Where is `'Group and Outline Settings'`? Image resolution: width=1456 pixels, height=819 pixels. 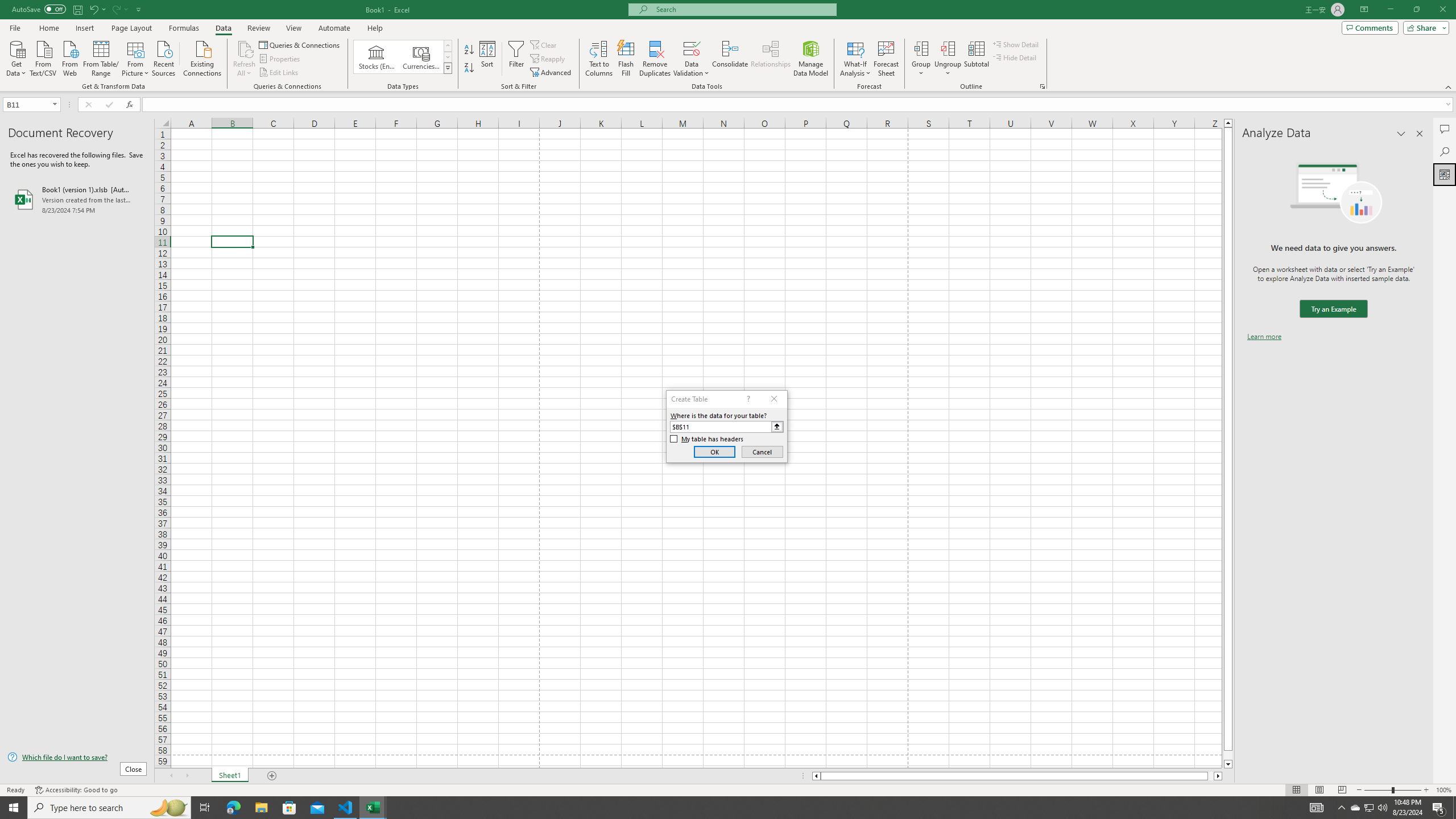
'Group and Outline Settings' is located at coordinates (1041, 85).